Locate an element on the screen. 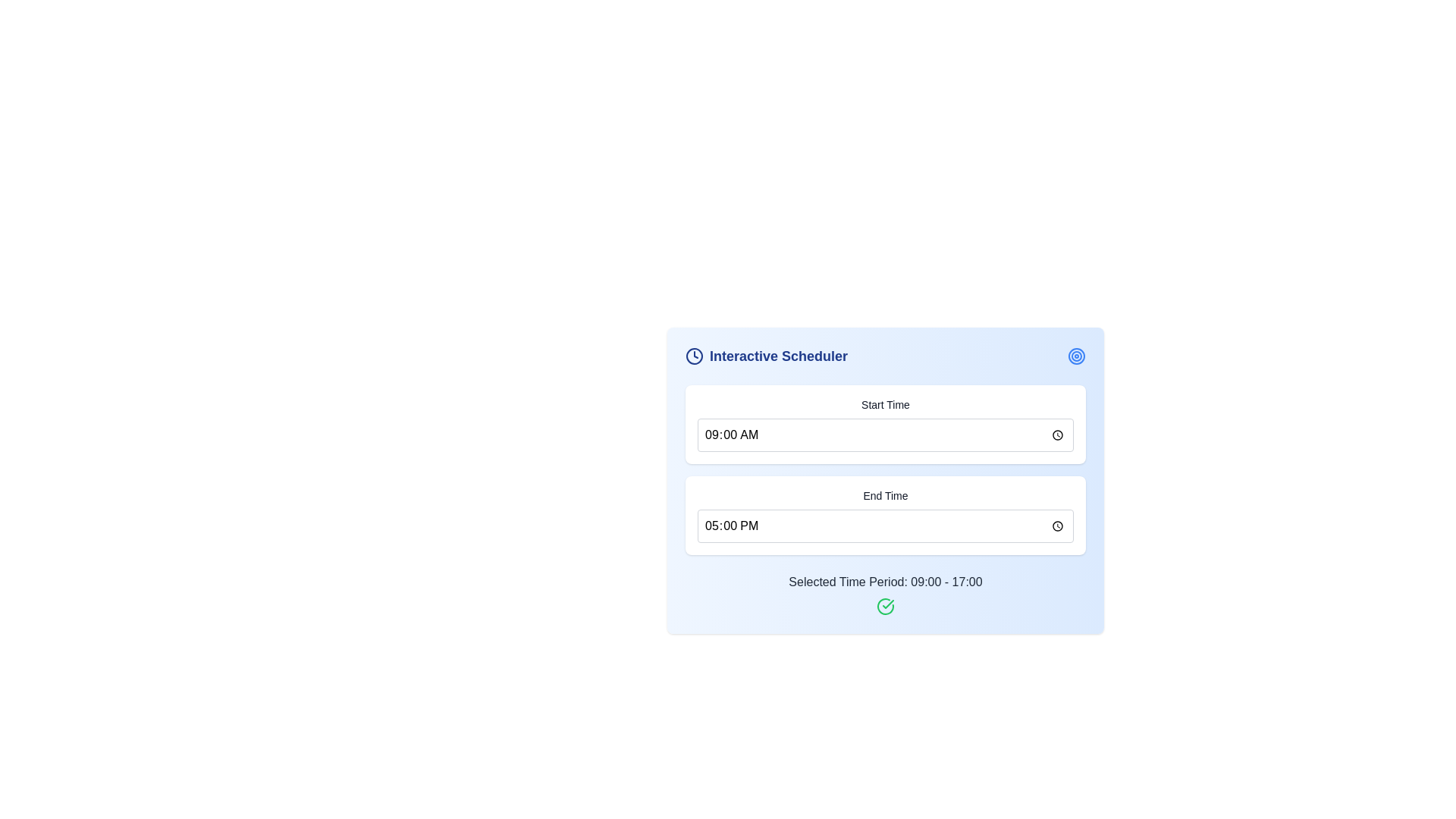 The width and height of the screenshot is (1456, 819). the small circular green checkmark icon indicating success, positioned to the right of the text 'Selected Time Period: 09:00 - 17:00' is located at coordinates (885, 605).